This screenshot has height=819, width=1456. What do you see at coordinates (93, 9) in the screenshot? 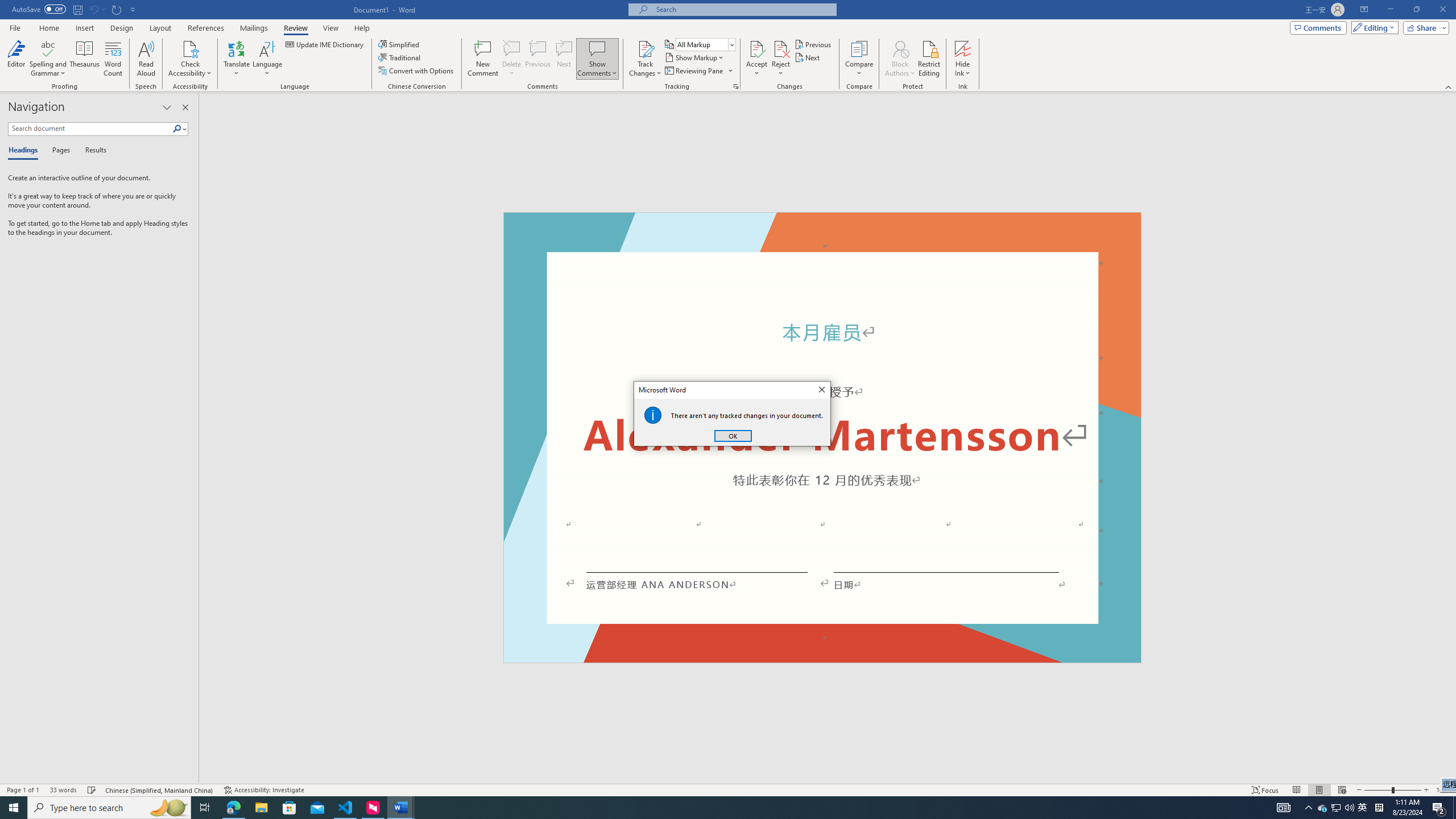
I see `'Can'` at bounding box center [93, 9].